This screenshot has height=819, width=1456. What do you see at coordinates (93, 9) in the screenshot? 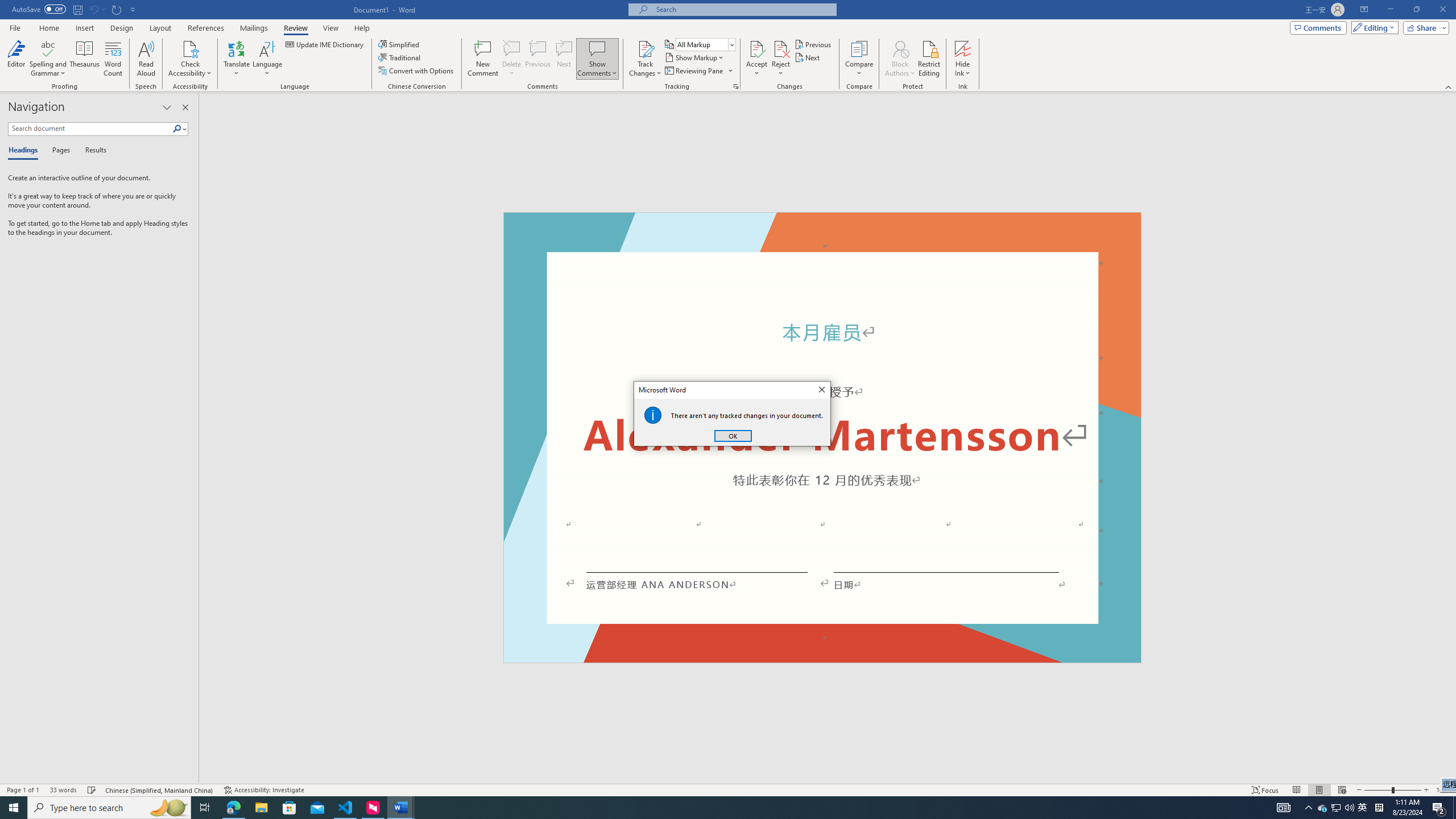
I see `'Can'` at bounding box center [93, 9].